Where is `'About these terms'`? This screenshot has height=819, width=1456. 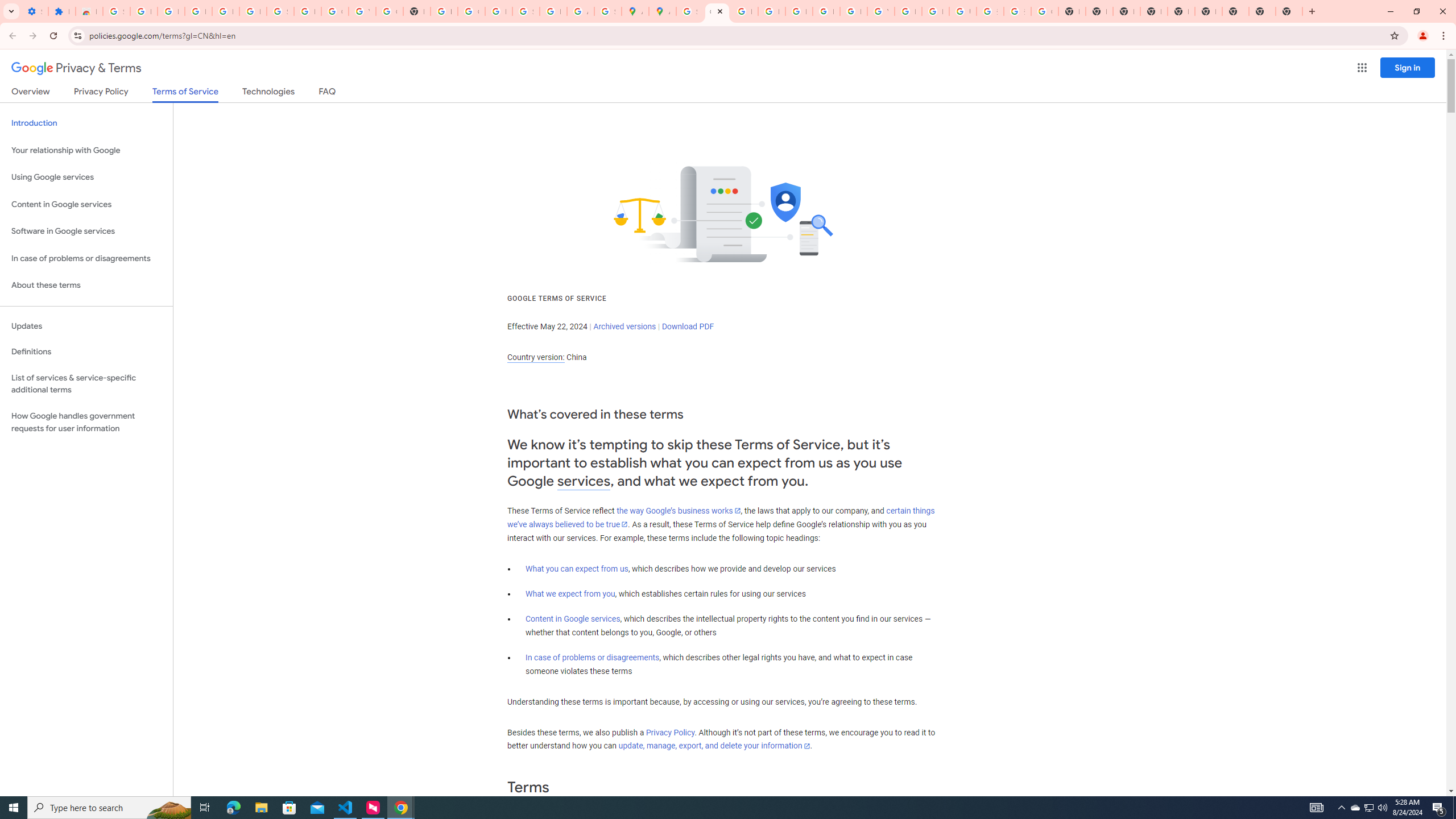 'About these terms' is located at coordinates (86, 285).